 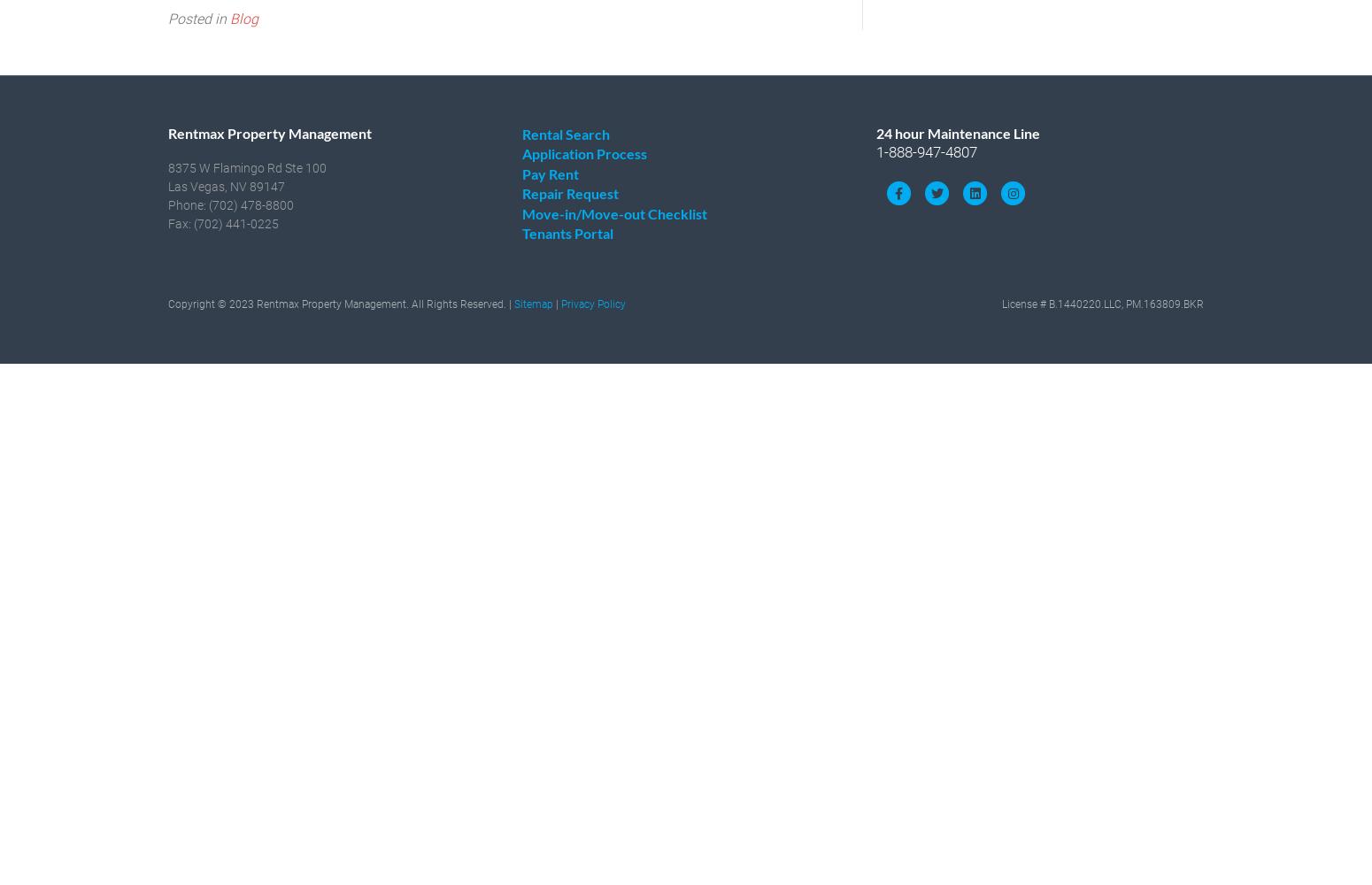 What do you see at coordinates (569, 192) in the screenshot?
I see `'Repair Request'` at bounding box center [569, 192].